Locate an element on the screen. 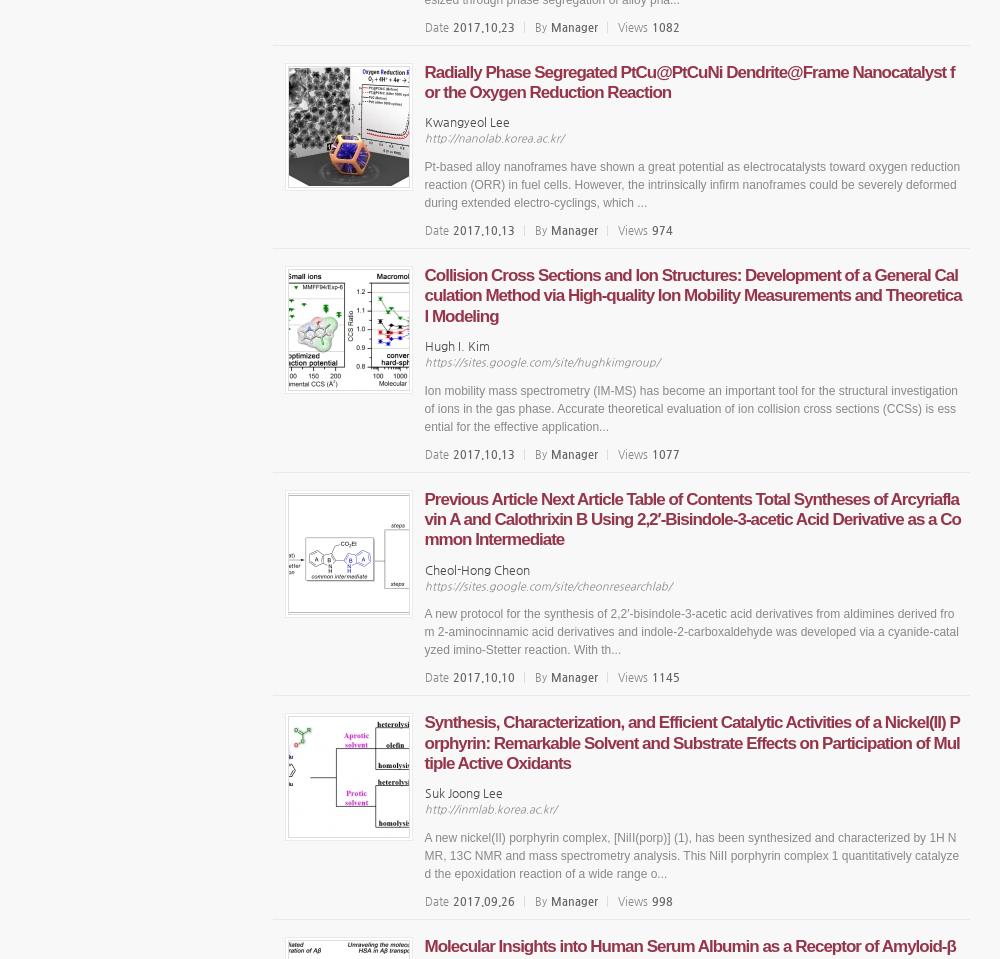 Image resolution: width=1000 pixels, height=959 pixels. '2017.10.23' is located at coordinates (482, 25).